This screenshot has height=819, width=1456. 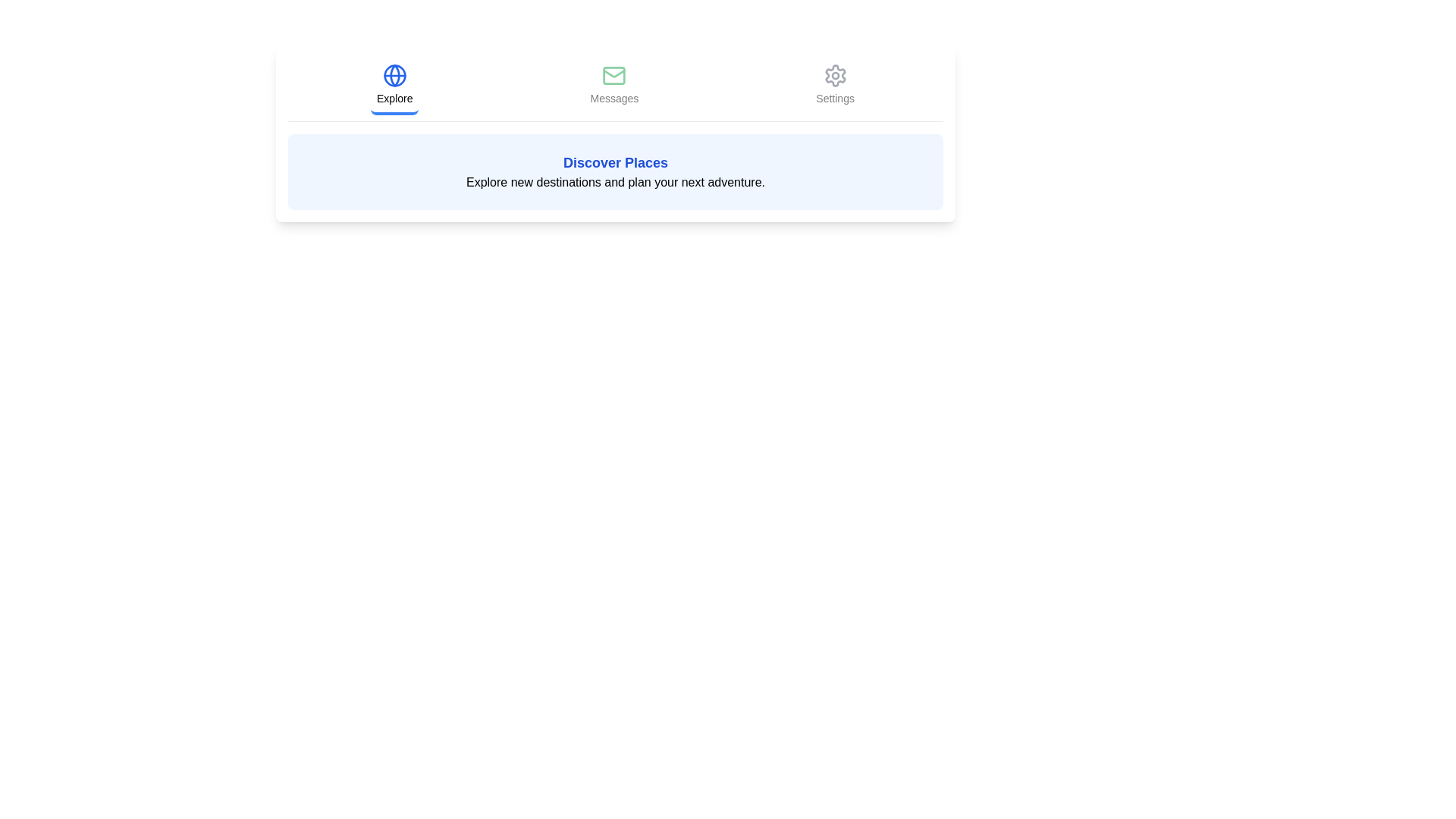 What do you see at coordinates (394, 86) in the screenshot?
I see `the Explore tab` at bounding box center [394, 86].